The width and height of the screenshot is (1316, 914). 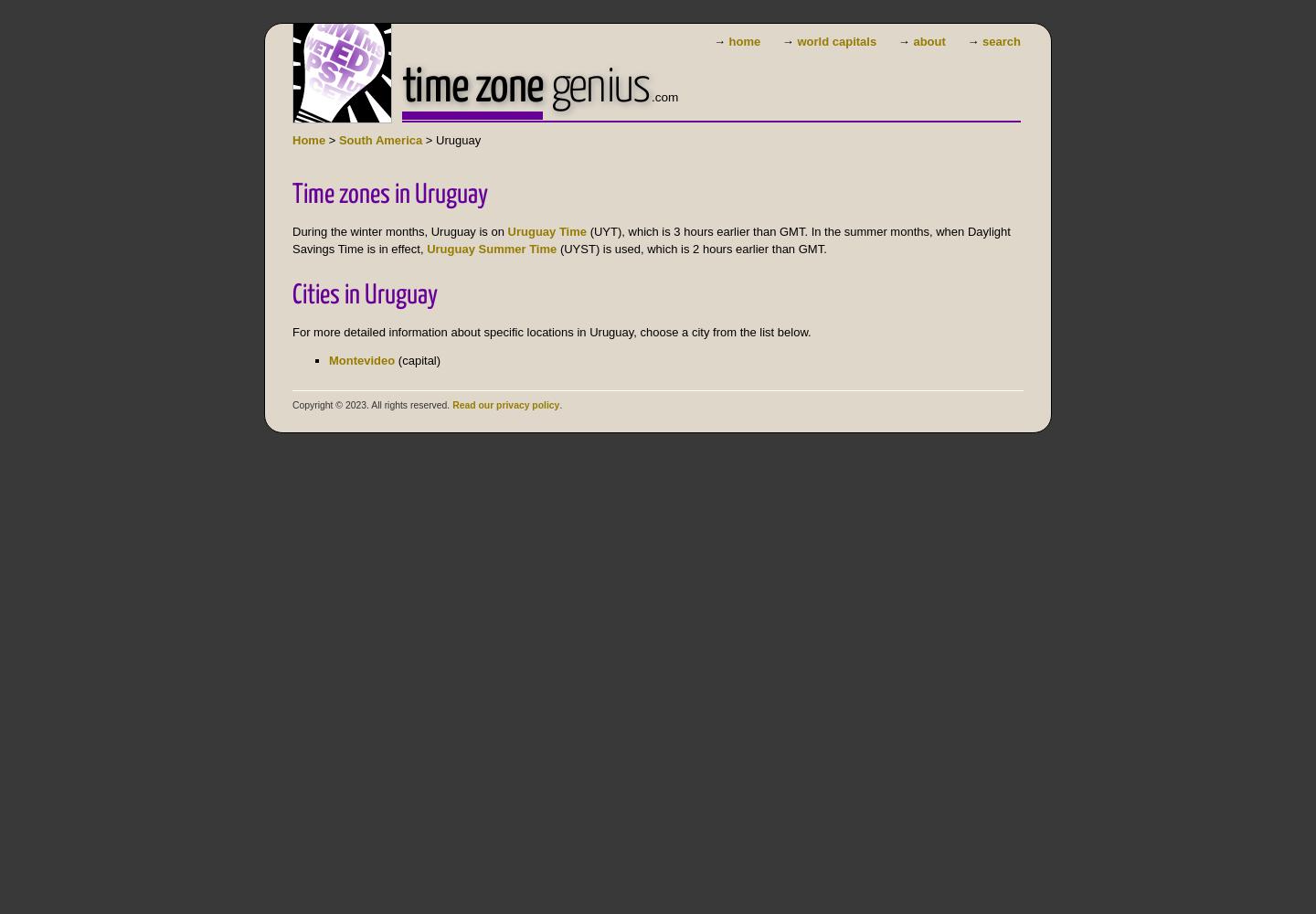 I want to click on 'Uruguay Summer Time', so click(x=490, y=249).